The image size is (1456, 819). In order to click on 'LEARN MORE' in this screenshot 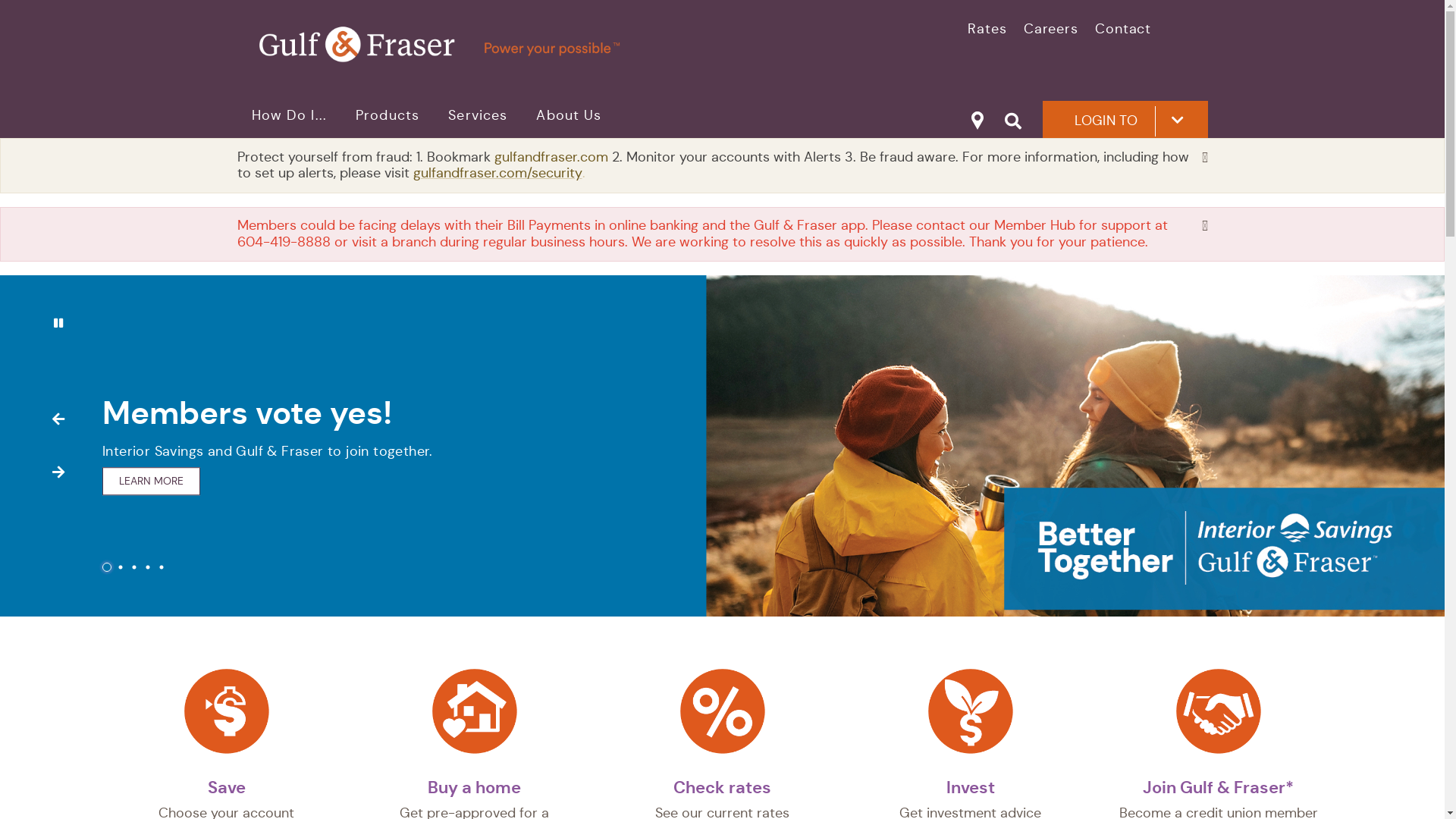, I will do `click(151, 507)`.